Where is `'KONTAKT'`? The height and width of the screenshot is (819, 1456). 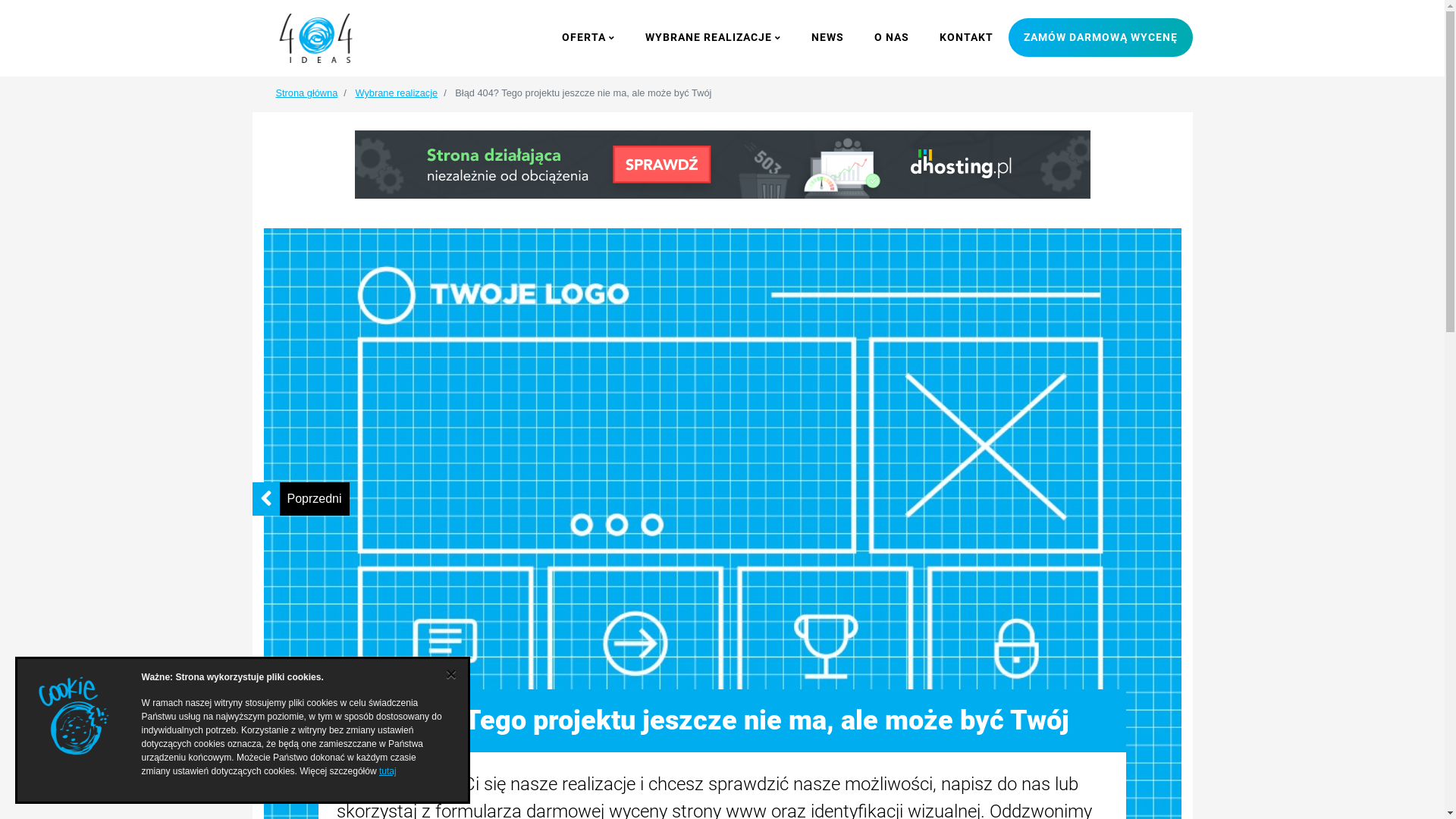
'KONTAKT' is located at coordinates (923, 36).